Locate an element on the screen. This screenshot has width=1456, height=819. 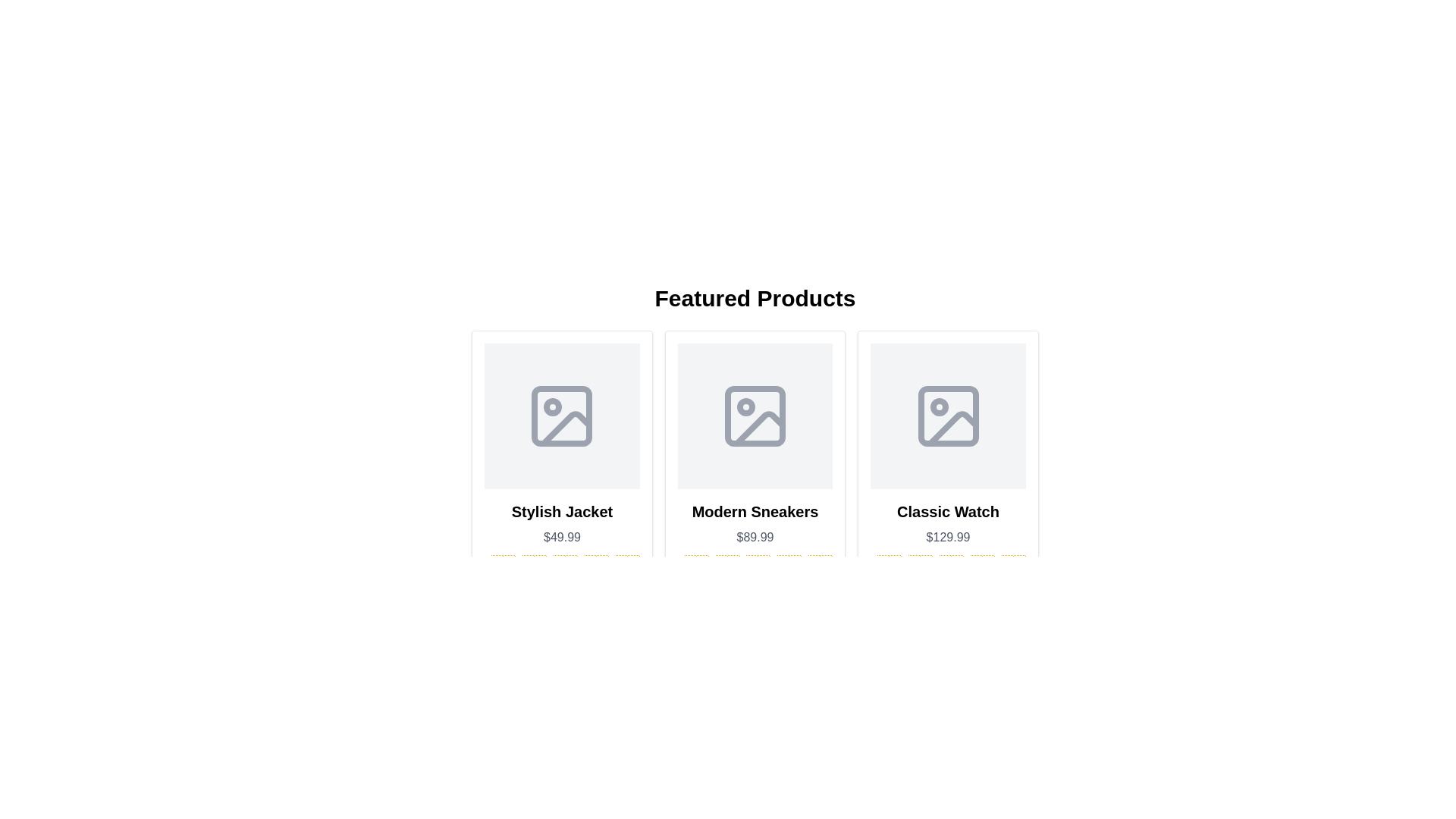
the SVG Circle located in the central product card labeled 'Modern Sneakers', which is part of the central icon near its top-left corner is located at coordinates (745, 406).